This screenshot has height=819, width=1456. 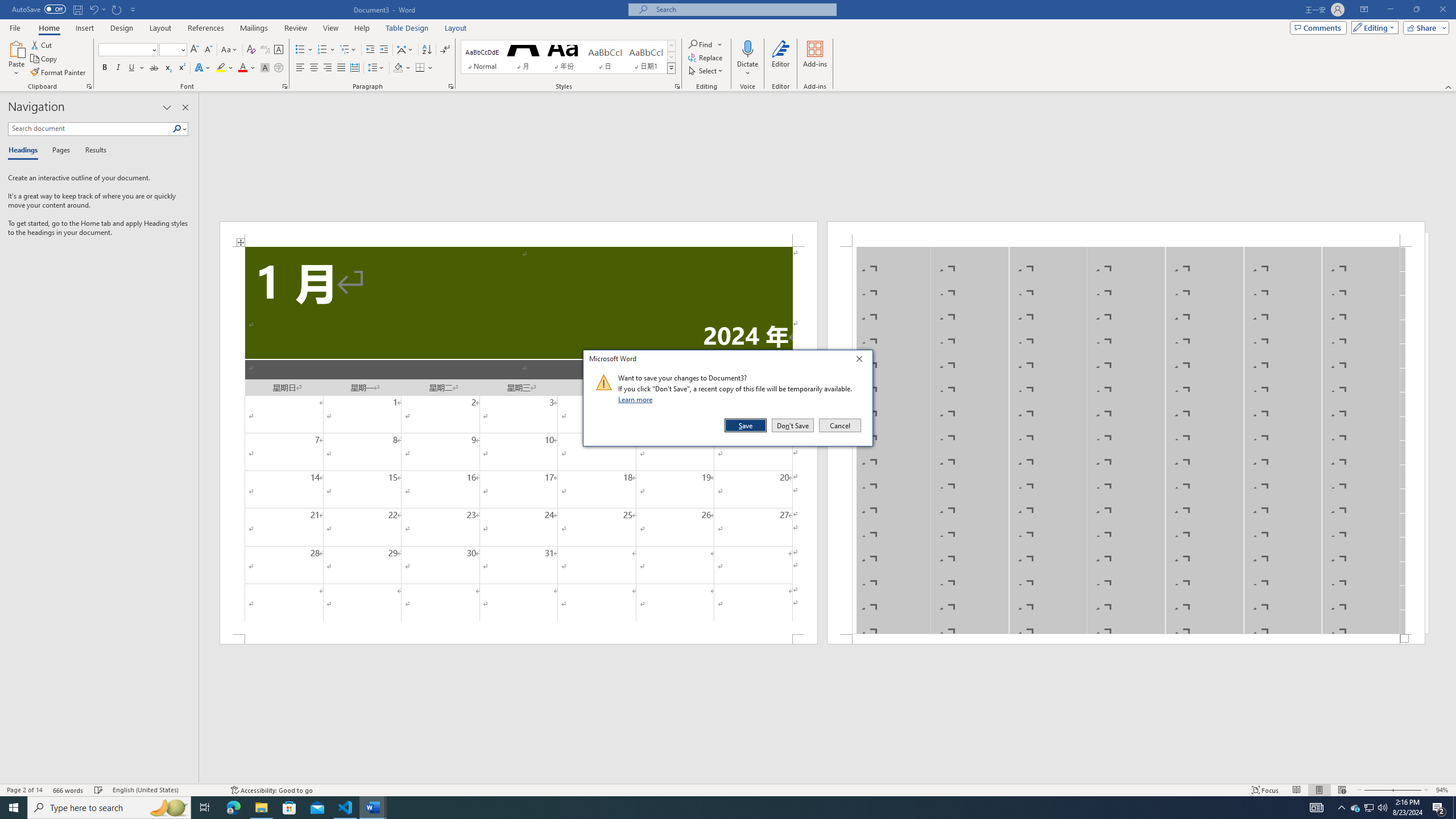 I want to click on 'Design', so click(x=122, y=28).